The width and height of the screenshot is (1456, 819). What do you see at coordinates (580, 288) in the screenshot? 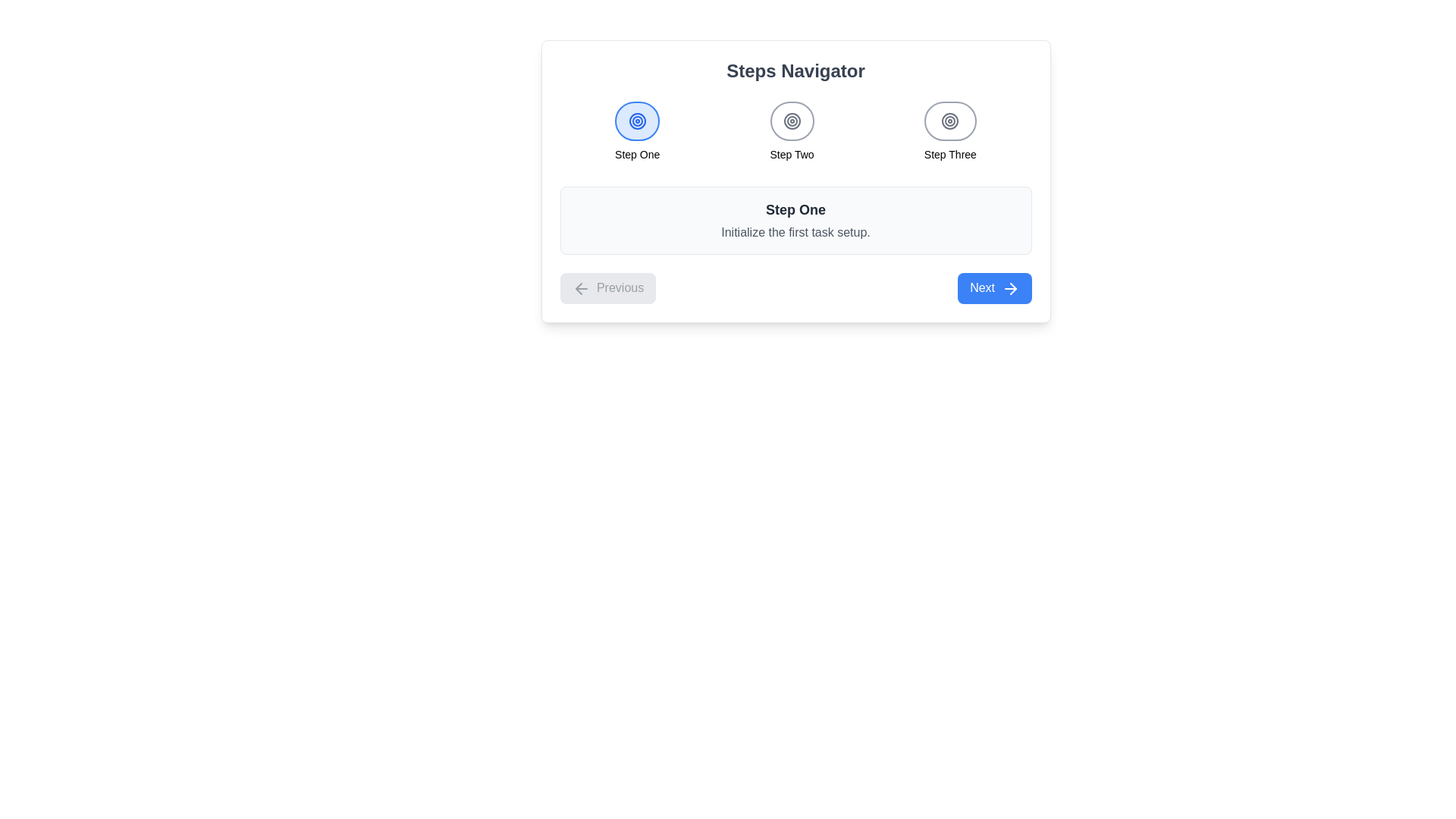
I see `the 'Previous' button which contains the SVG arrow icon, indicating backward navigation` at bounding box center [580, 288].